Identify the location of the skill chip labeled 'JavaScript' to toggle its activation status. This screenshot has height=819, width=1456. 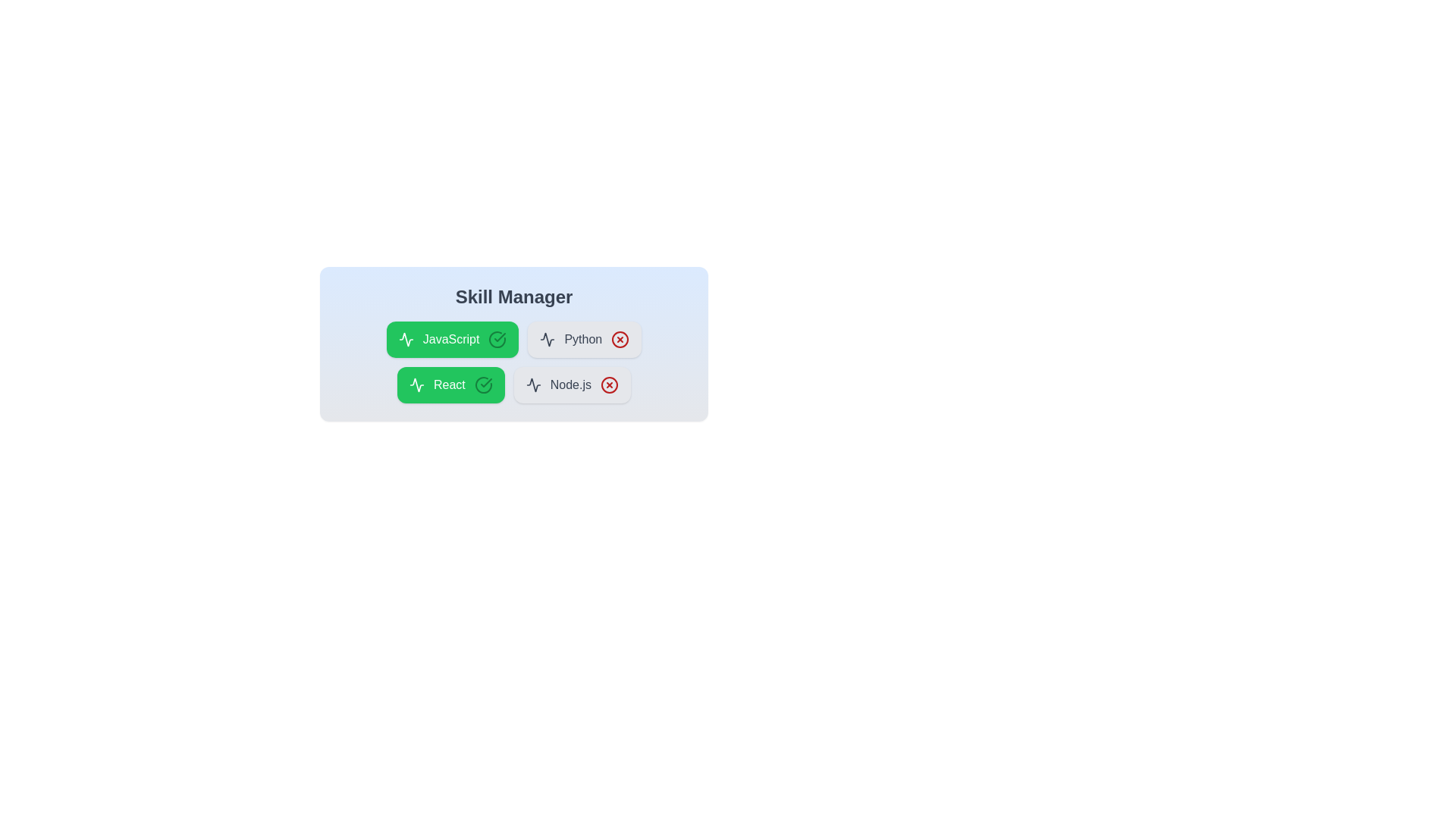
(451, 338).